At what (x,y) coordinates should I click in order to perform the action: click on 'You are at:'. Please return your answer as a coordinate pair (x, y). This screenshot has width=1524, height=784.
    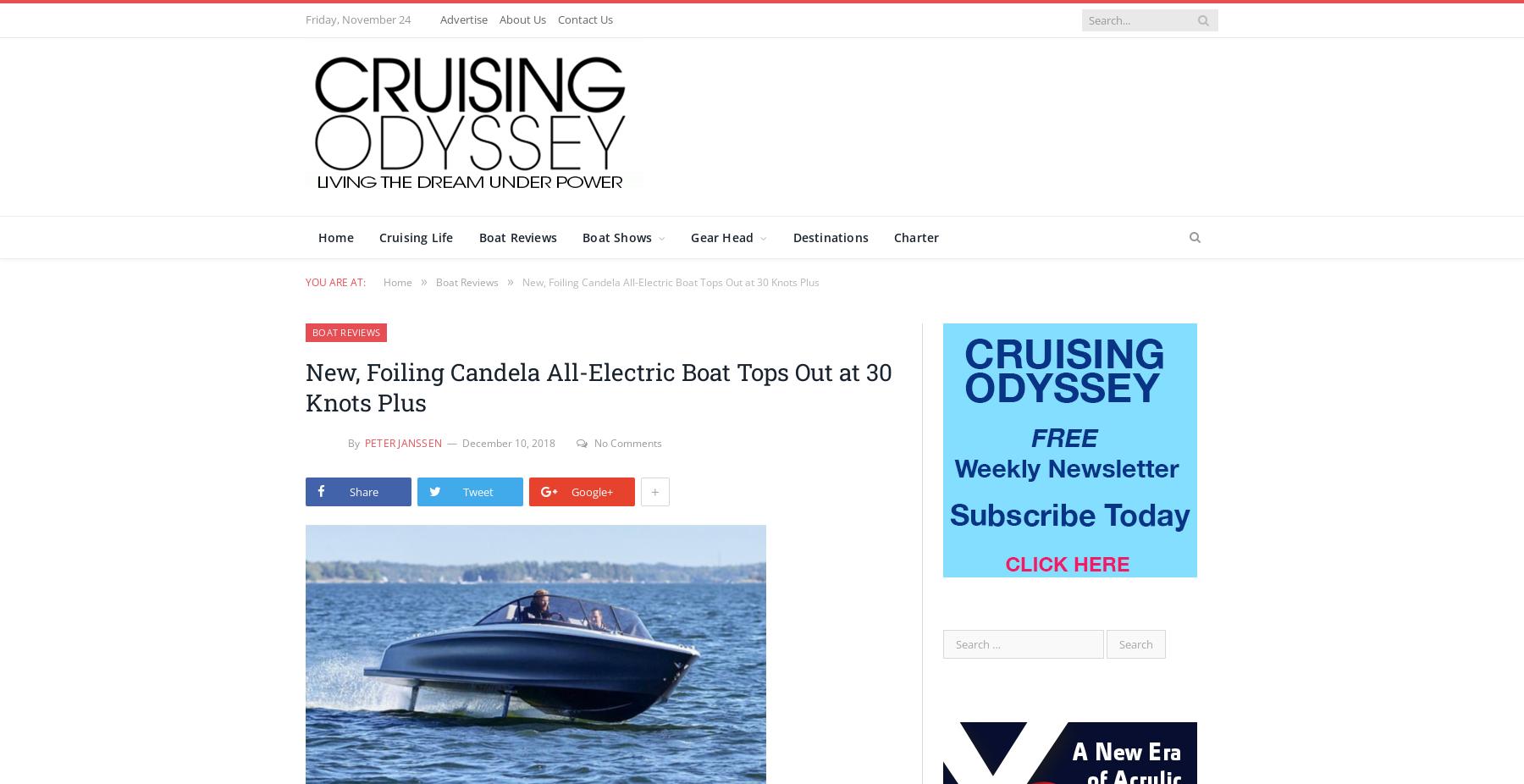
    Looking at the image, I should click on (335, 282).